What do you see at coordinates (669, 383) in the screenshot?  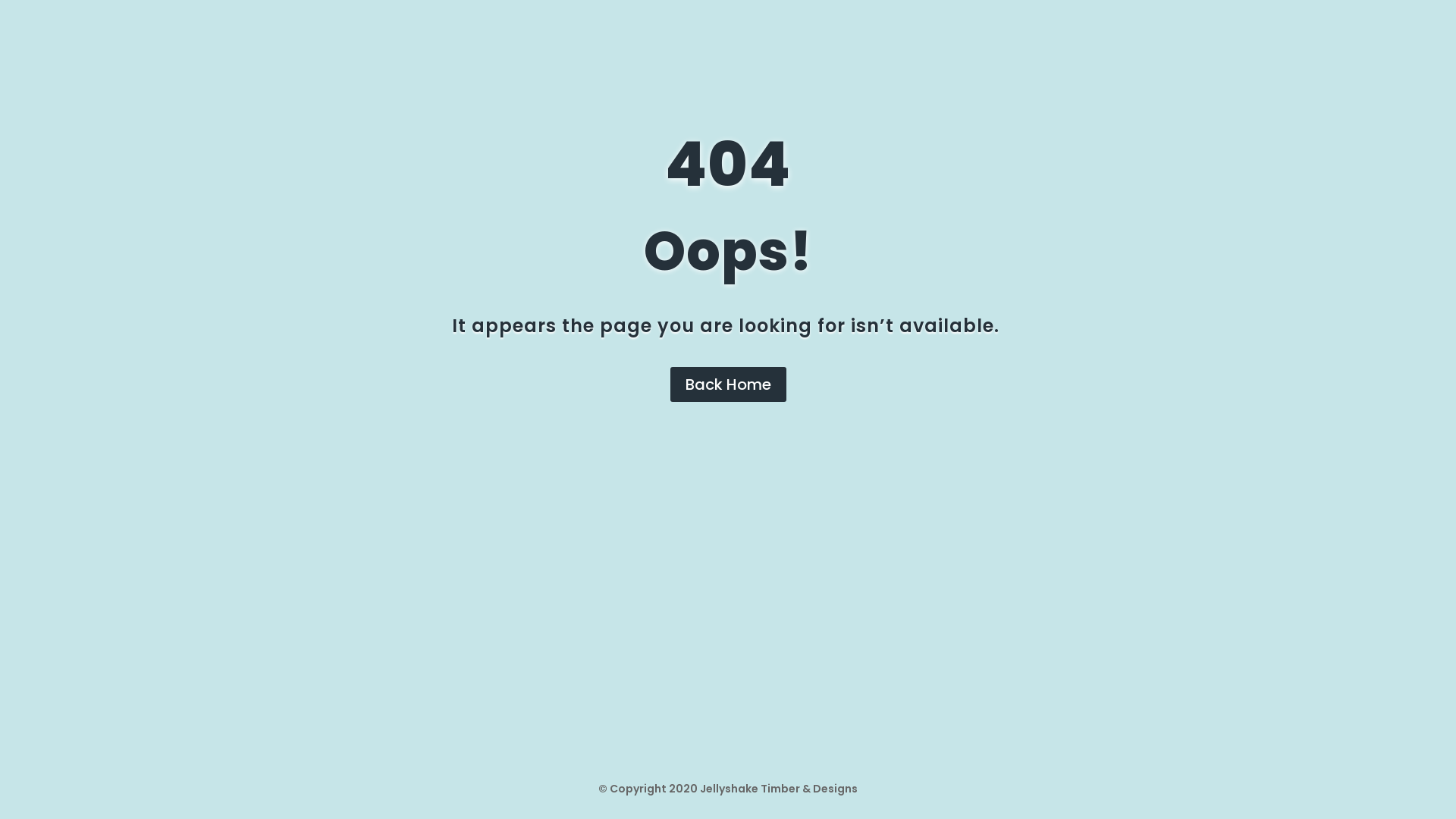 I see `'Back Home'` at bounding box center [669, 383].